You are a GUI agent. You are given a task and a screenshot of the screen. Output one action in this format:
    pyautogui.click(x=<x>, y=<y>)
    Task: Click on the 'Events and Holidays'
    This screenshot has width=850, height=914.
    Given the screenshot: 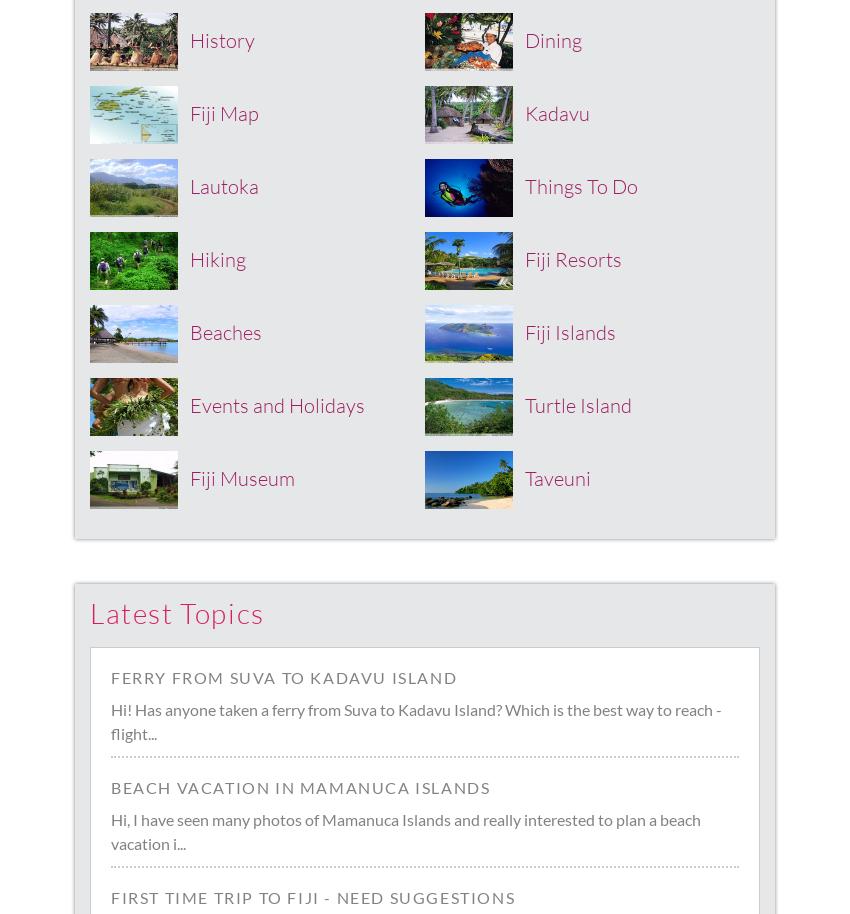 What is the action you would take?
    pyautogui.click(x=276, y=404)
    